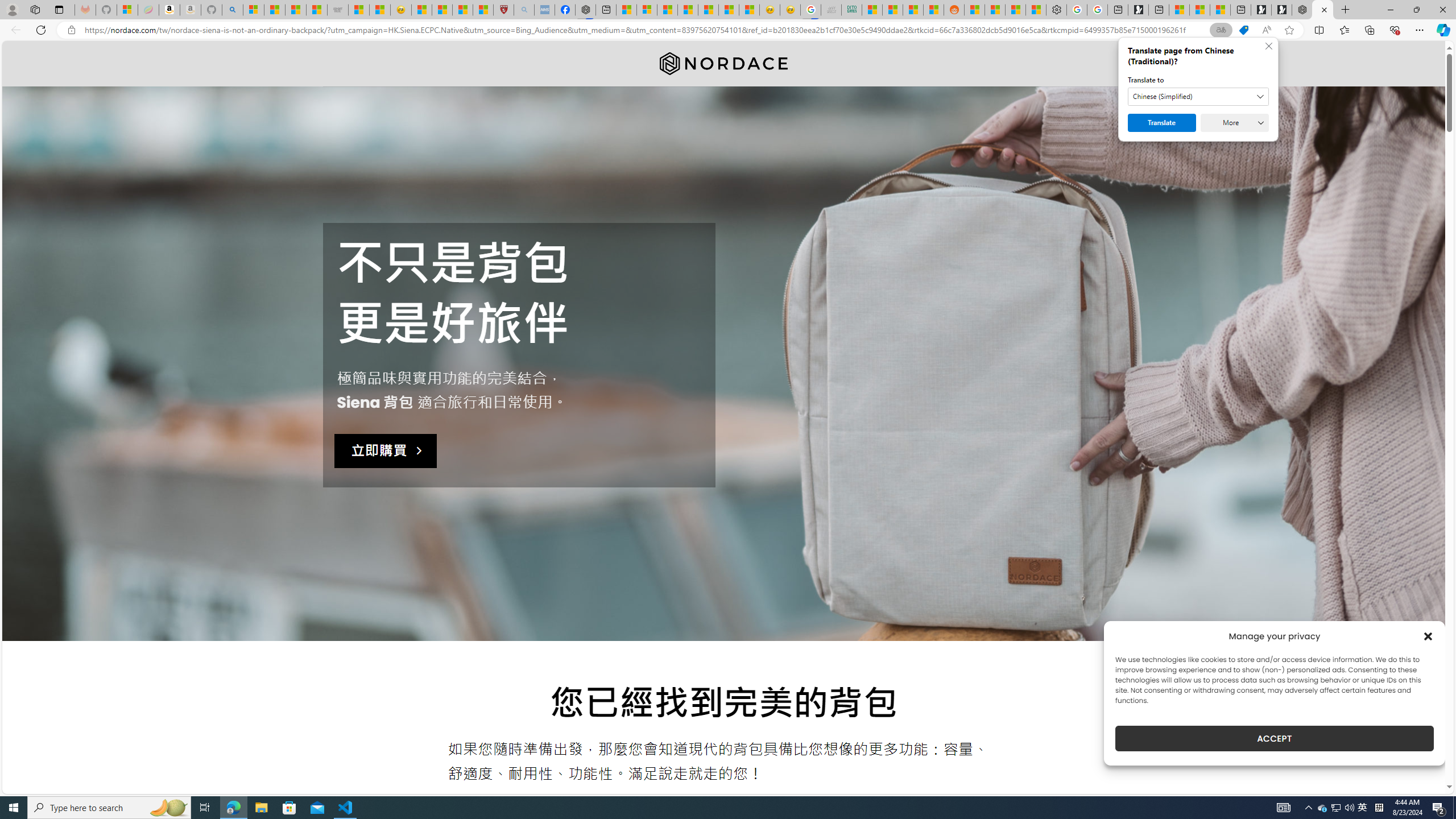 The width and height of the screenshot is (1456, 819). I want to click on 'This site has coupons! Shopping in Microsoft Edge', so click(1243, 30).